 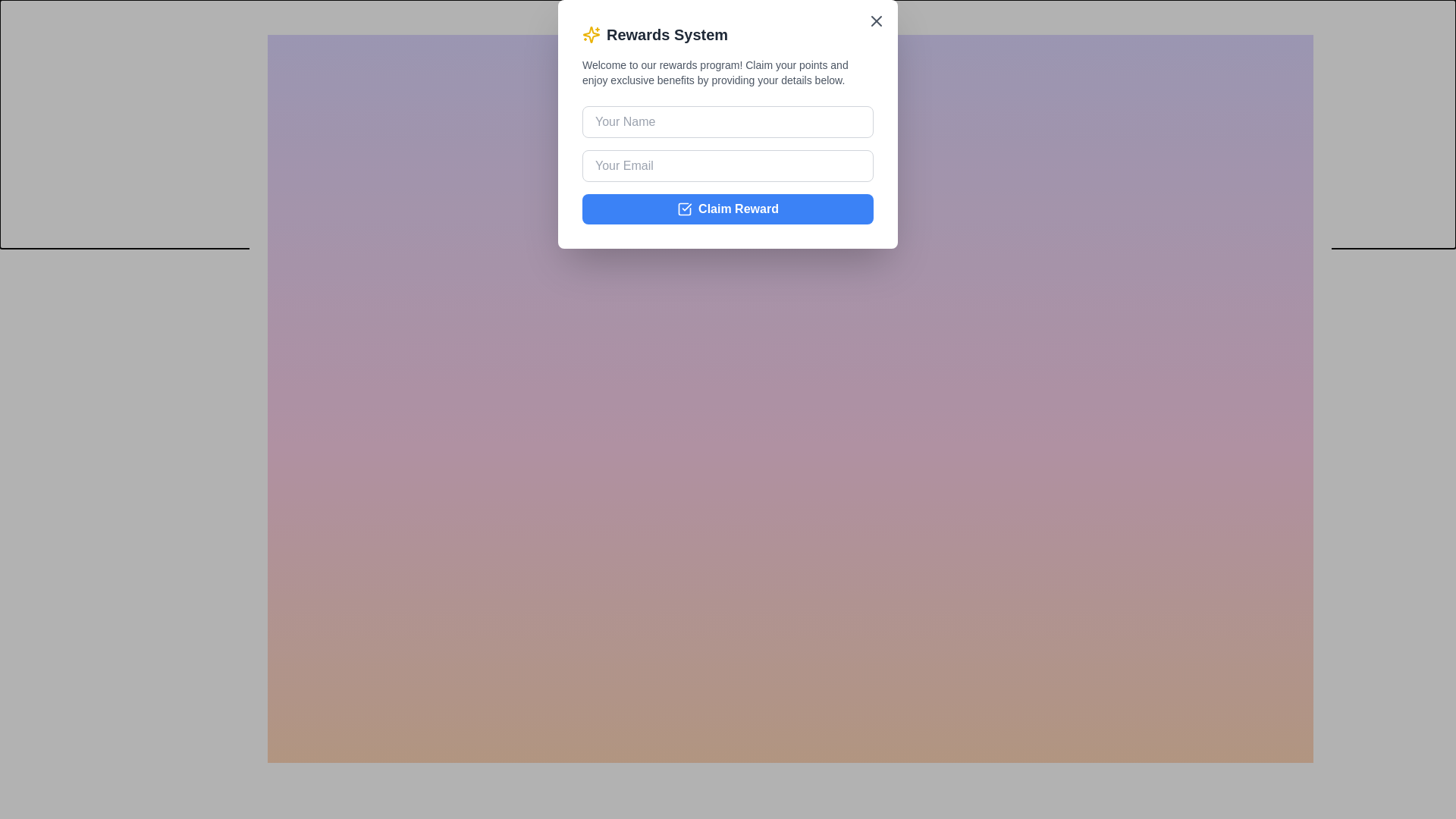 I want to click on the close button located at the top-right corner of the dialog to close it, so click(x=1331, y=17).